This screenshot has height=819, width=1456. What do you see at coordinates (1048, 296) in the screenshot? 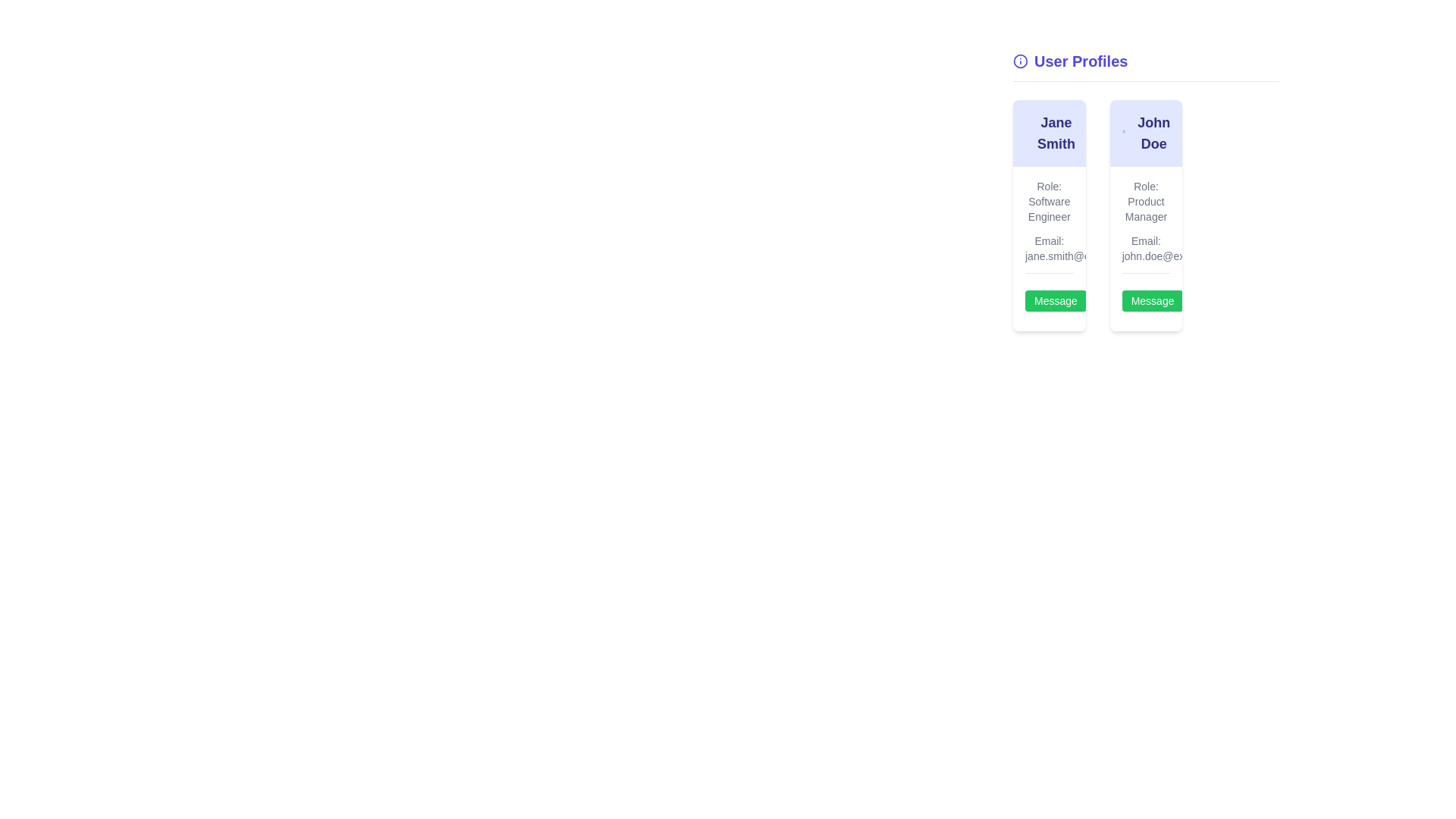
I see `the button located at the bottom-right corner of the 'Jane Smith' profile card to initiate a messaging action` at bounding box center [1048, 296].